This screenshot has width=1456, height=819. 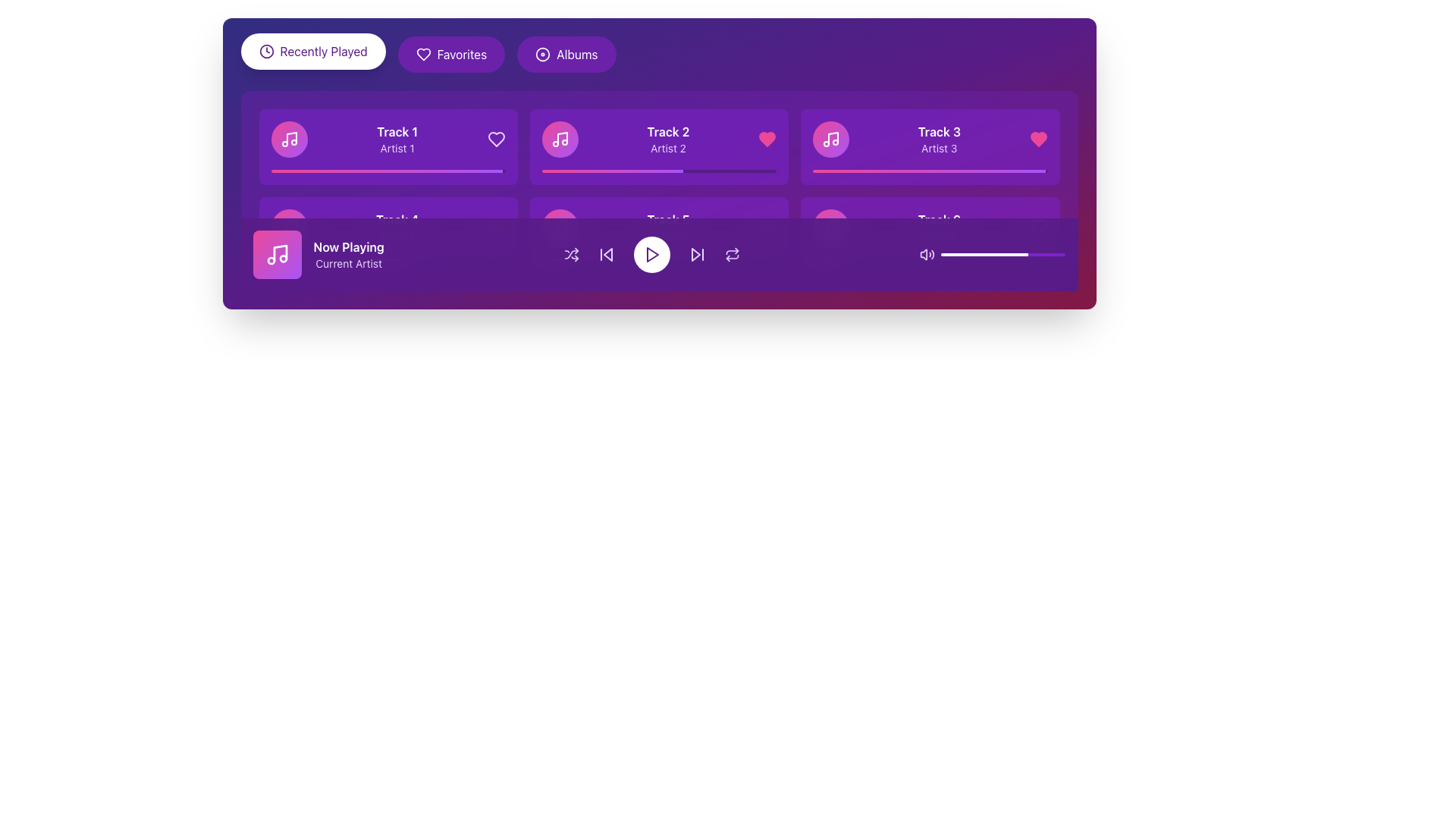 I want to click on the fourth song item, so click(x=388, y=227).